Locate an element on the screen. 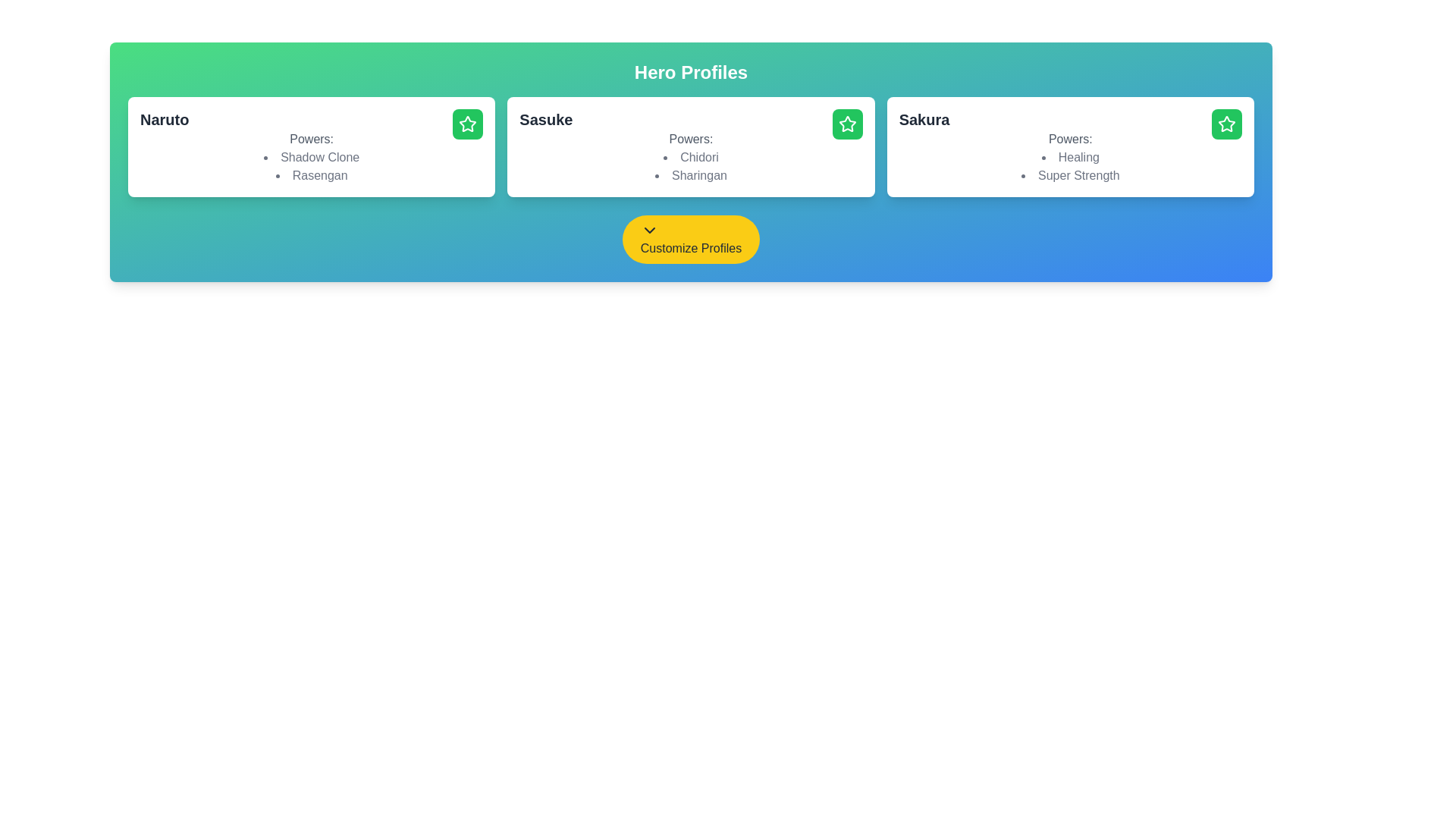  the static text label displaying 'Powers:' which is styled in gray color and located within the white card below the header 'Sasuke' is located at coordinates (690, 140).